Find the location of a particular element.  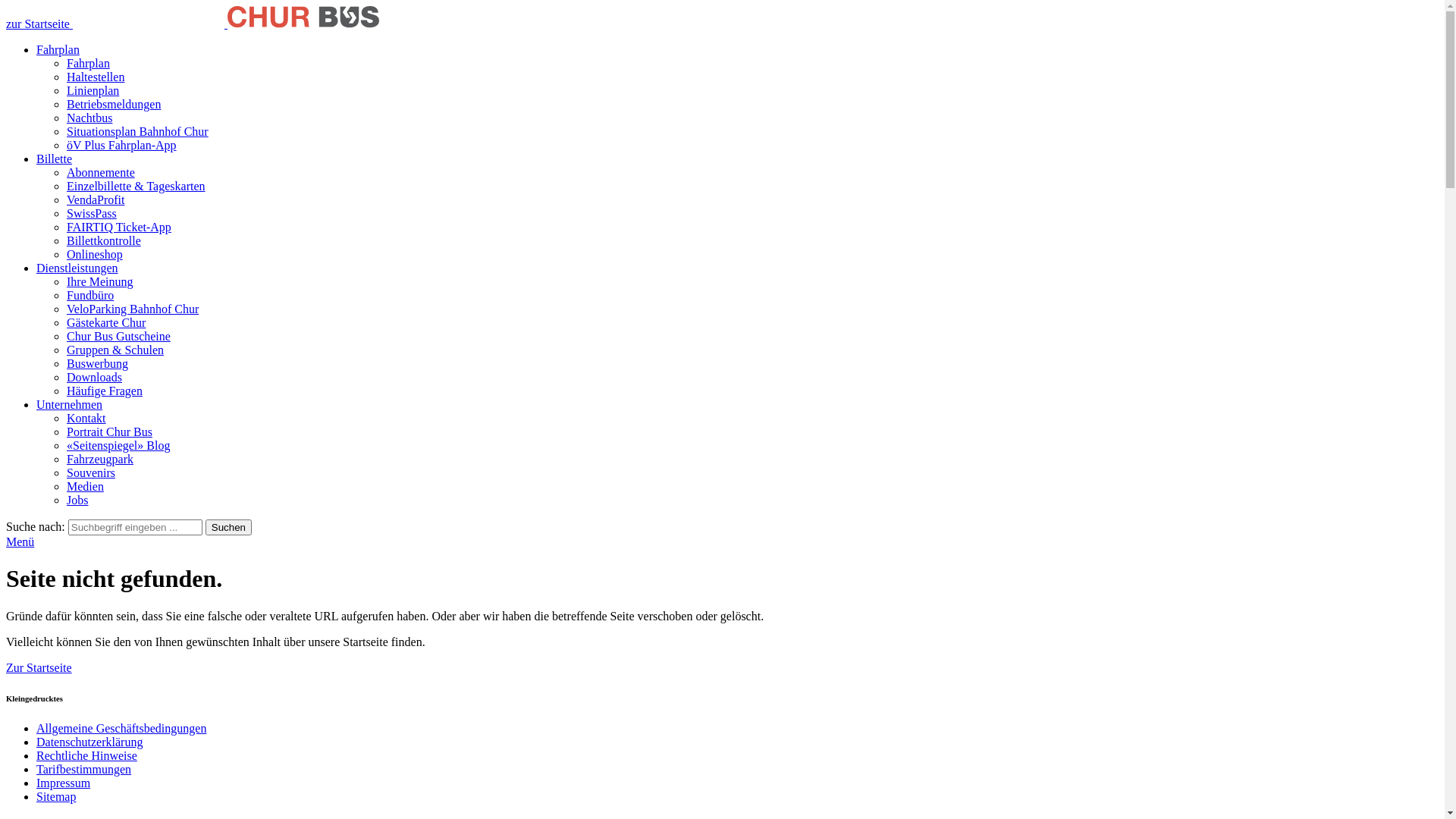

'Impressum' is located at coordinates (62, 783).